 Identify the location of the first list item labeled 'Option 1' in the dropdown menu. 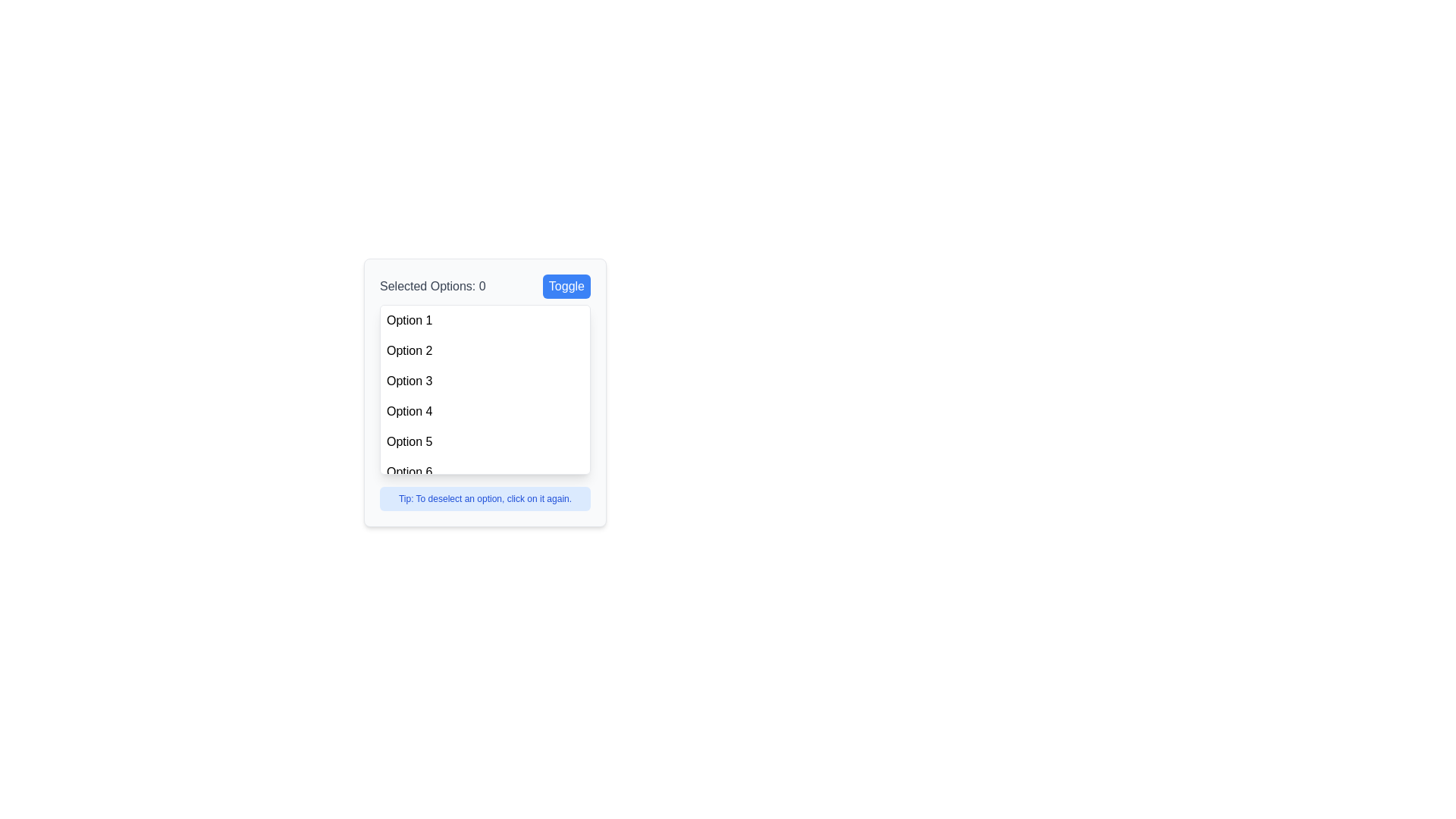
(484, 320).